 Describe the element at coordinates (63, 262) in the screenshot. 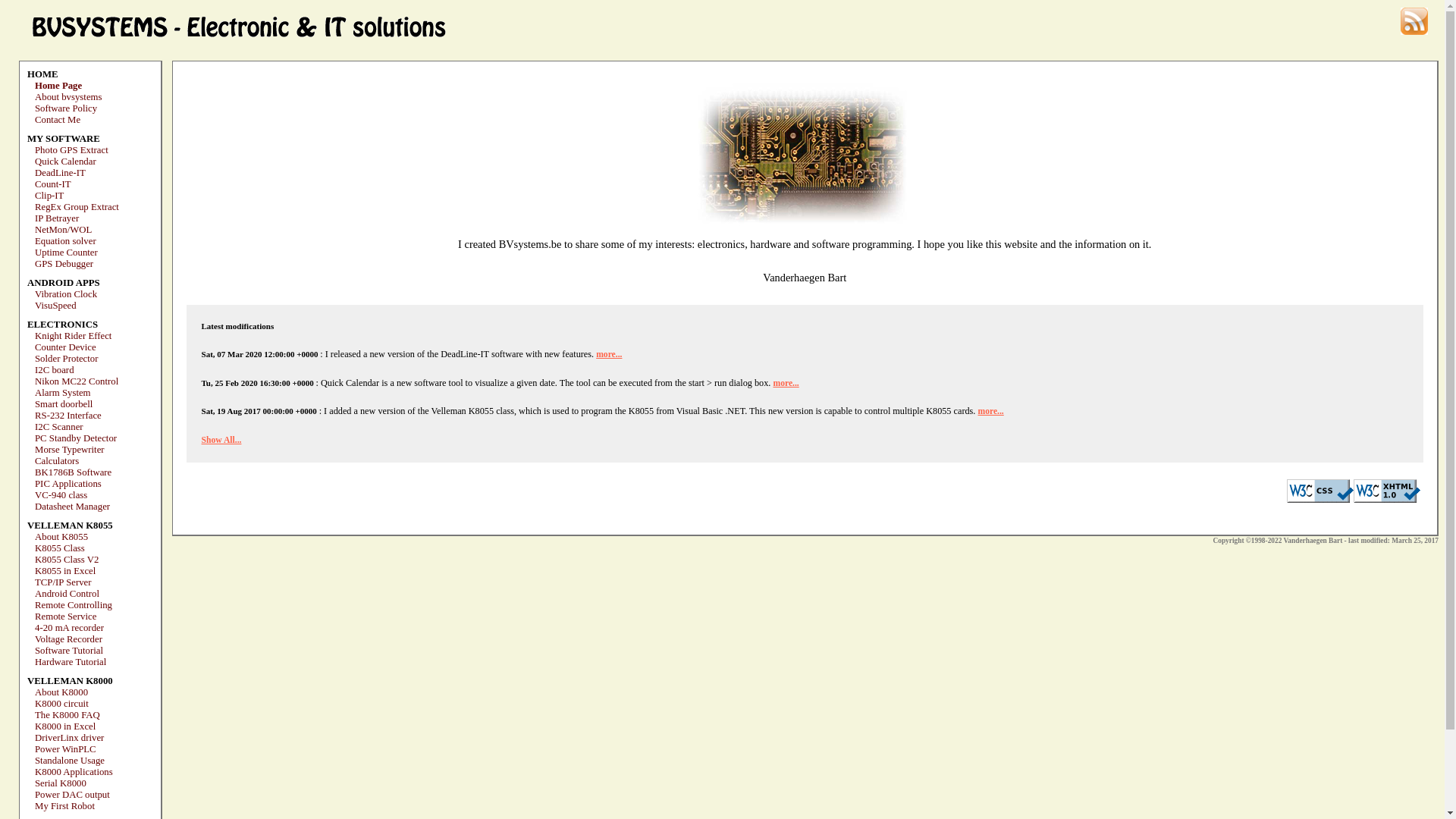

I see `'GPS Debugger'` at that location.